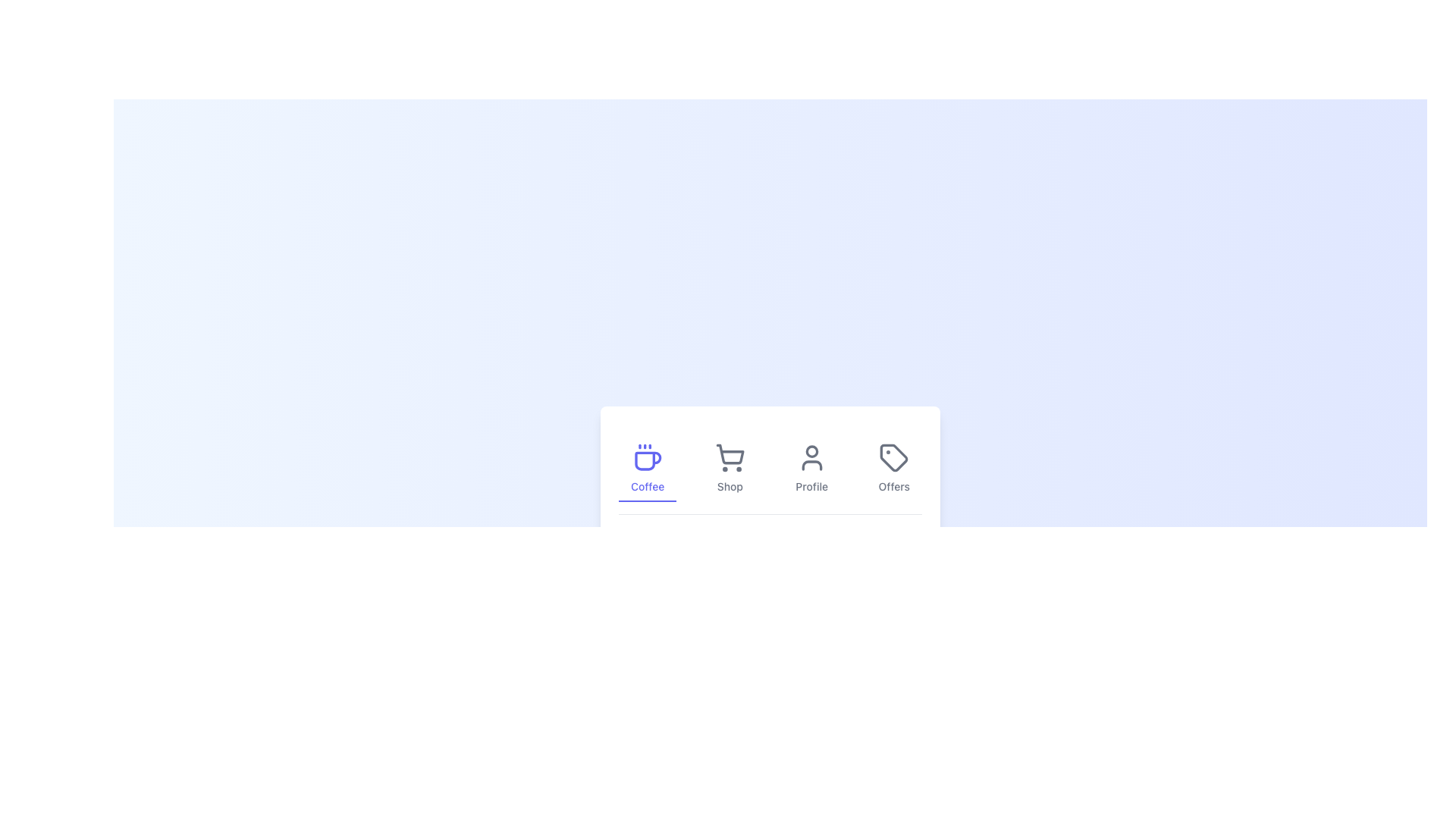 Image resolution: width=1456 pixels, height=819 pixels. Describe the element at coordinates (730, 453) in the screenshot. I see `the shopping icon located in the bottom central navigation bar, positioned between the coffee cup icon and the profile icon` at that location.